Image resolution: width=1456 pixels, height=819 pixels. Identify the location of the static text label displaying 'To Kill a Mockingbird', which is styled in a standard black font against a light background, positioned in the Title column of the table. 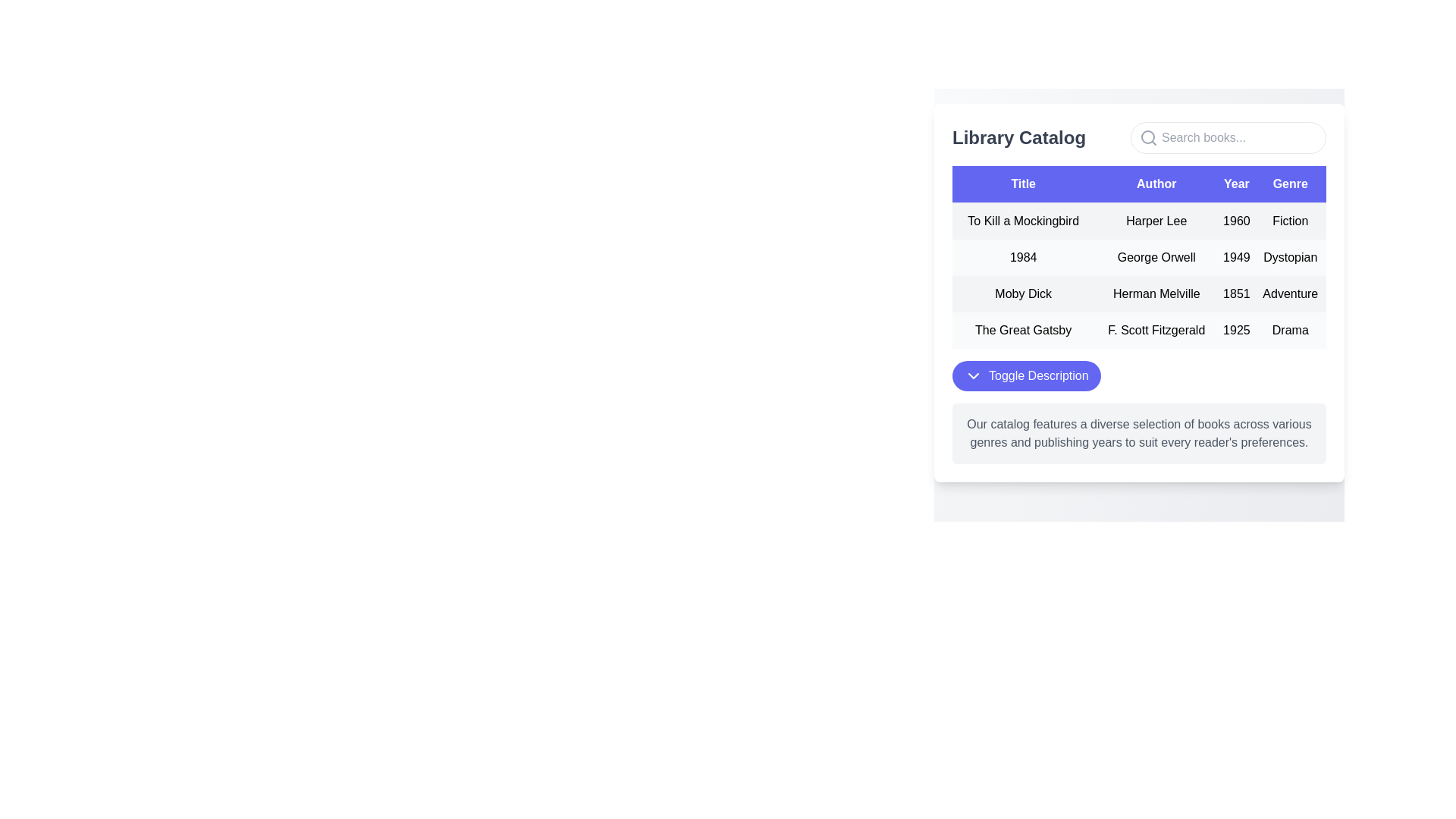
(1023, 221).